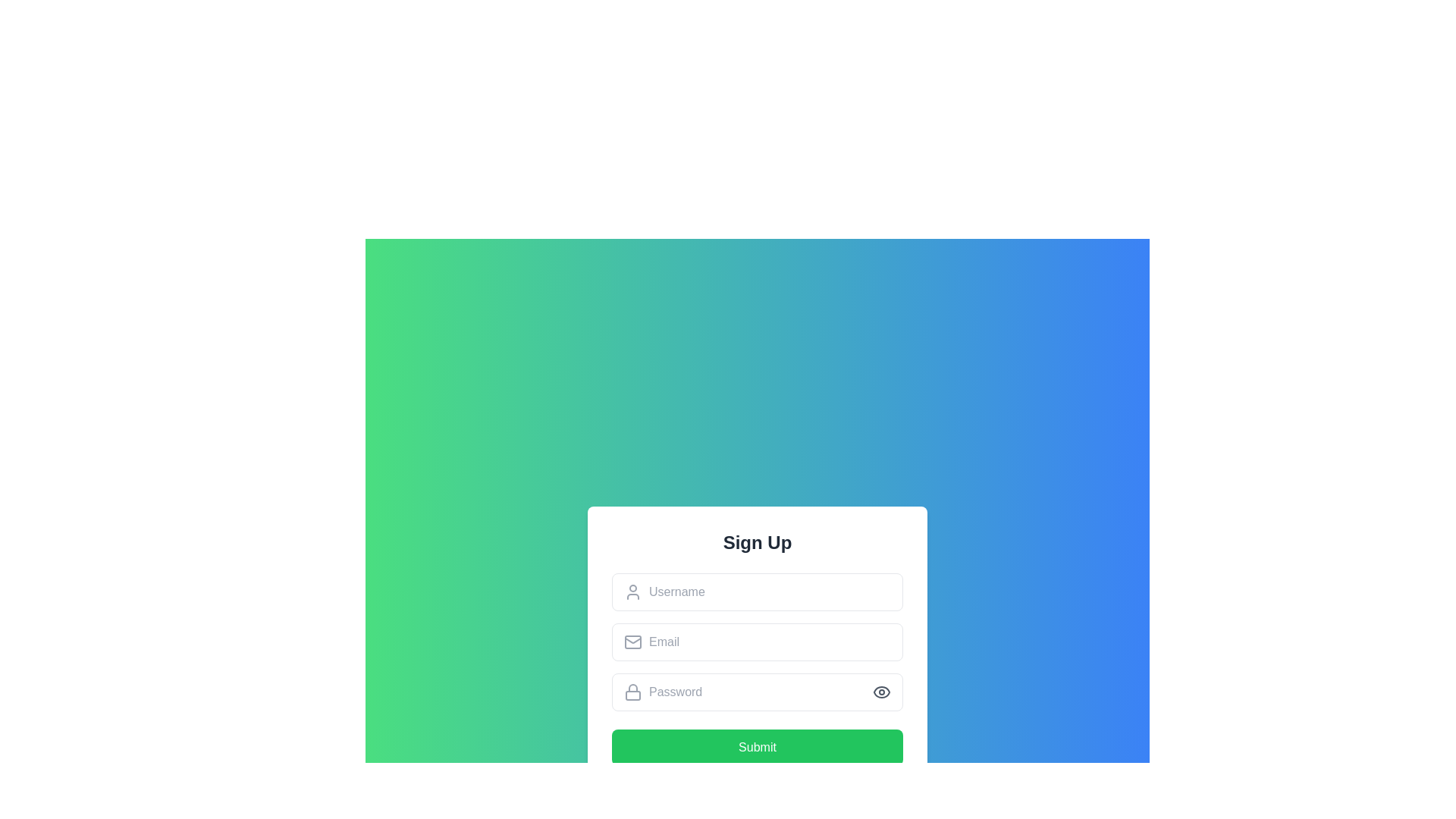 The height and width of the screenshot is (819, 1456). Describe the element at coordinates (633, 591) in the screenshot. I see `the user icon represented as a simplified outline of a person, which is positioned to the left of the 'Username' text input field in the sign-up form` at that location.